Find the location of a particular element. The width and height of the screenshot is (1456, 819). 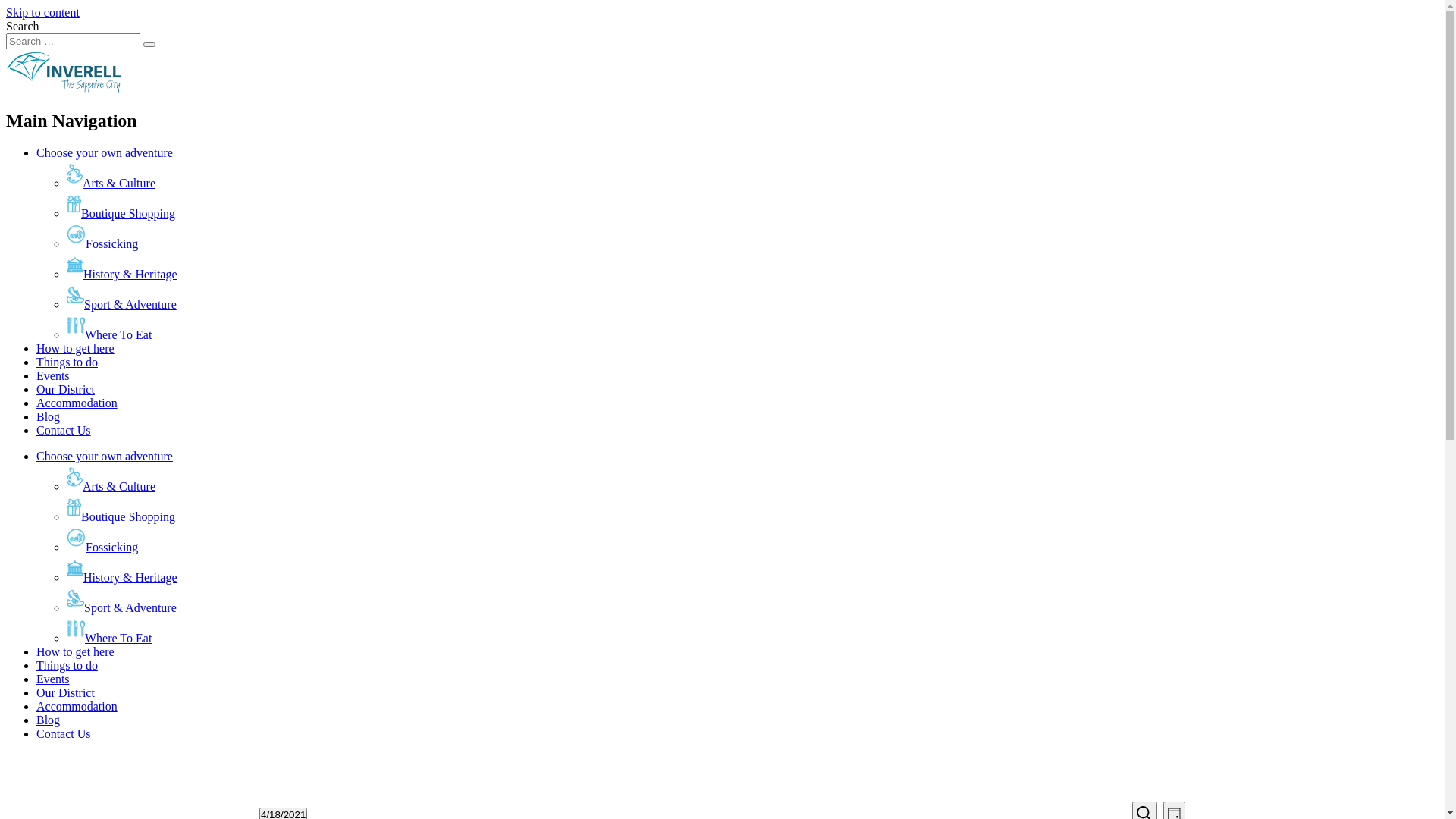

'How to get here' is located at coordinates (74, 651).